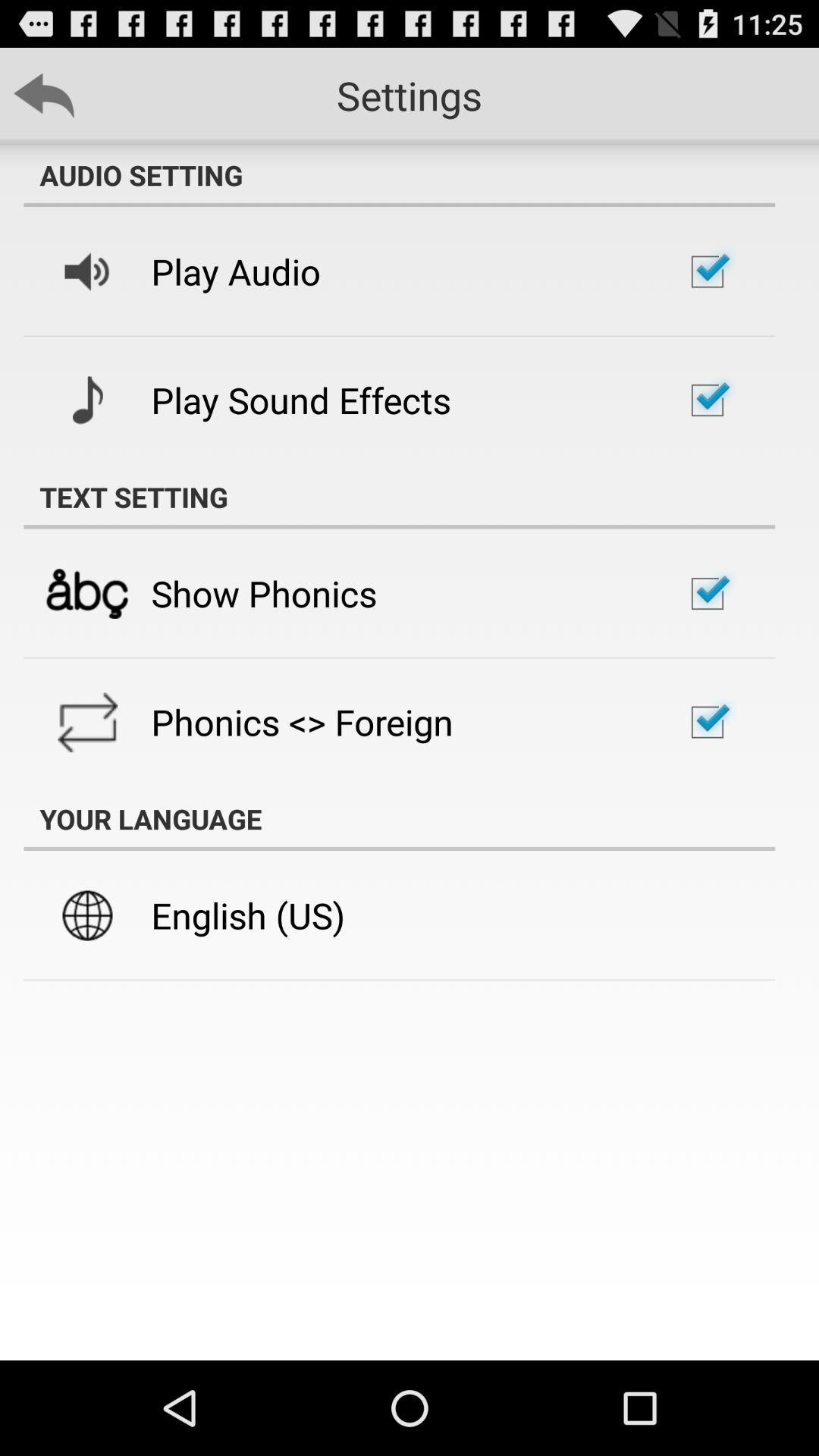 This screenshot has width=819, height=1456. What do you see at coordinates (398, 497) in the screenshot?
I see `the text setting item` at bounding box center [398, 497].